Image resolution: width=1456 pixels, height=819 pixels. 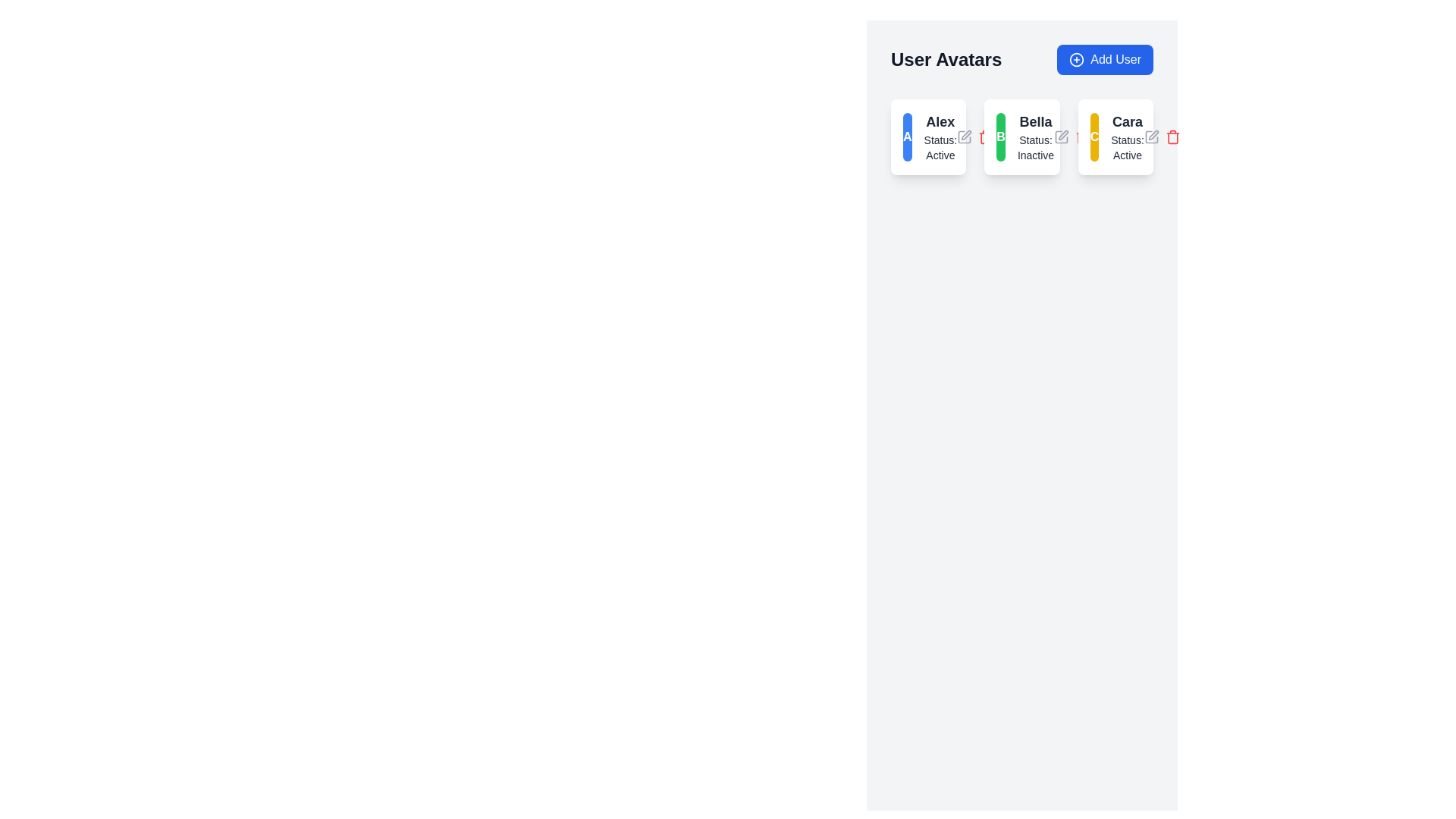 I want to click on the static text label displaying the current status of user 'Bella', which is located beneath the text 'Bella' in the second card of three in a horizontal row, so click(x=1035, y=148).